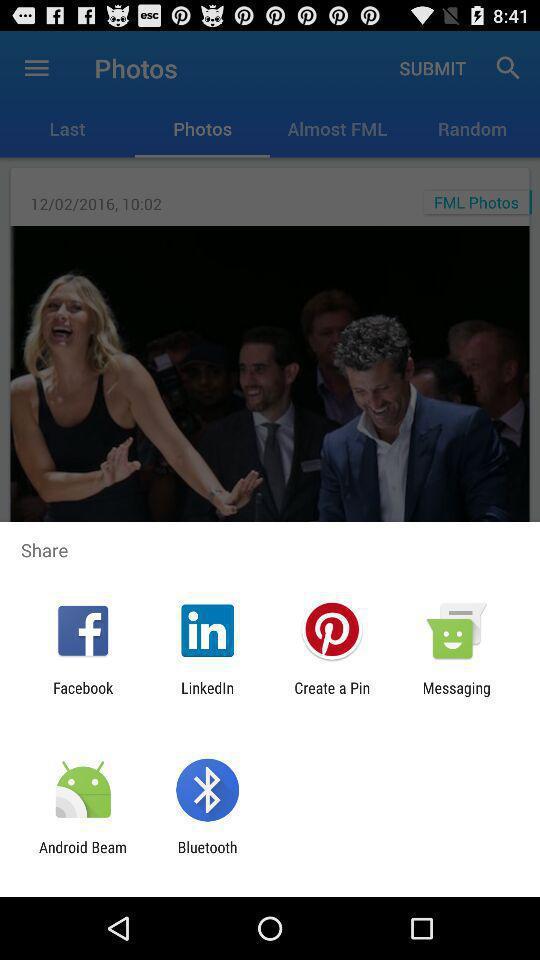 The width and height of the screenshot is (540, 960). I want to click on the icon next to linkedin icon, so click(82, 696).